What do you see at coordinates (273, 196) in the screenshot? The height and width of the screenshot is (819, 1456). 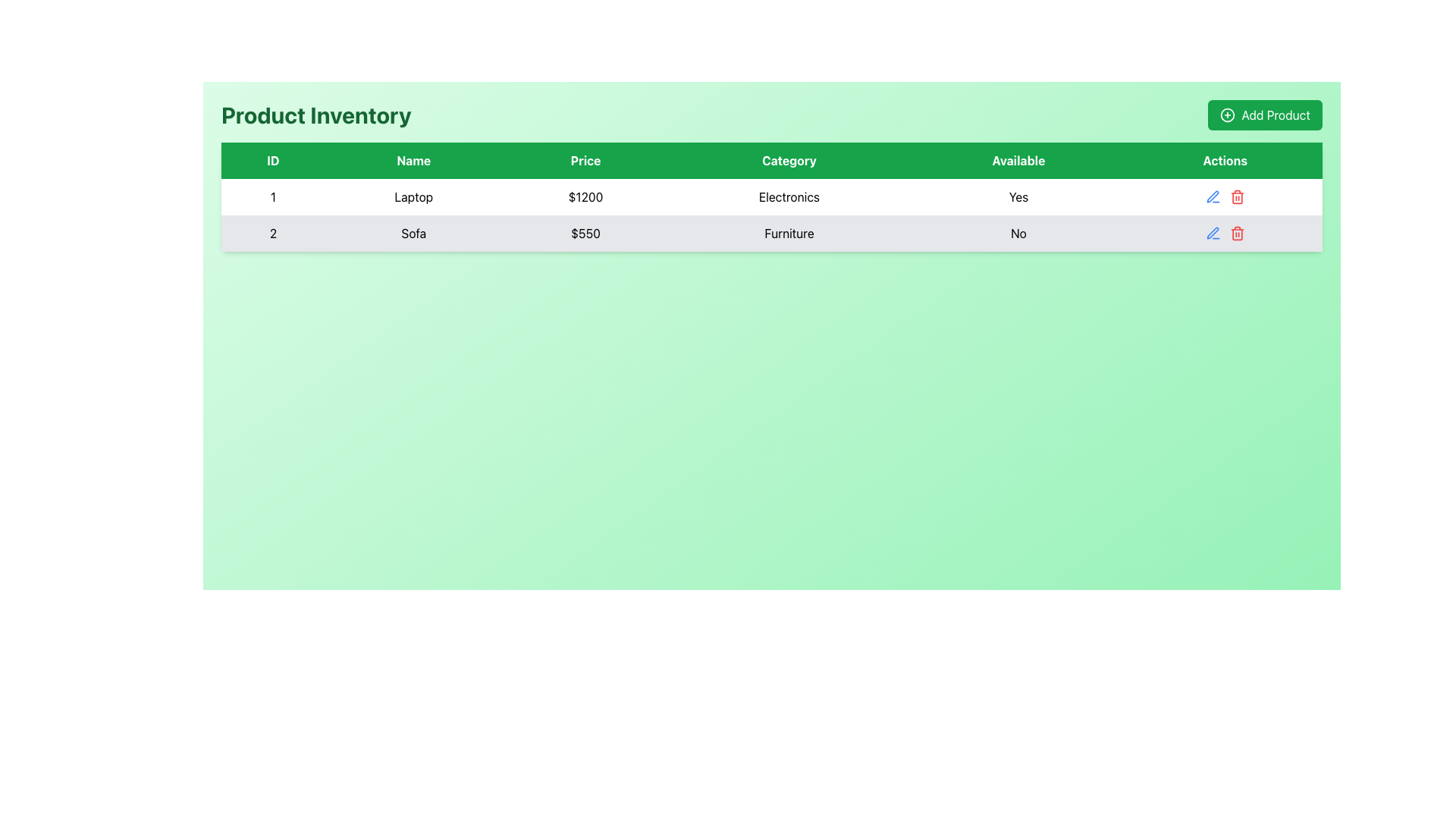 I see `the text display element representing the unique identifier for the first item in the product inventory, located in the first column of the first row under the 'ID' header` at bounding box center [273, 196].